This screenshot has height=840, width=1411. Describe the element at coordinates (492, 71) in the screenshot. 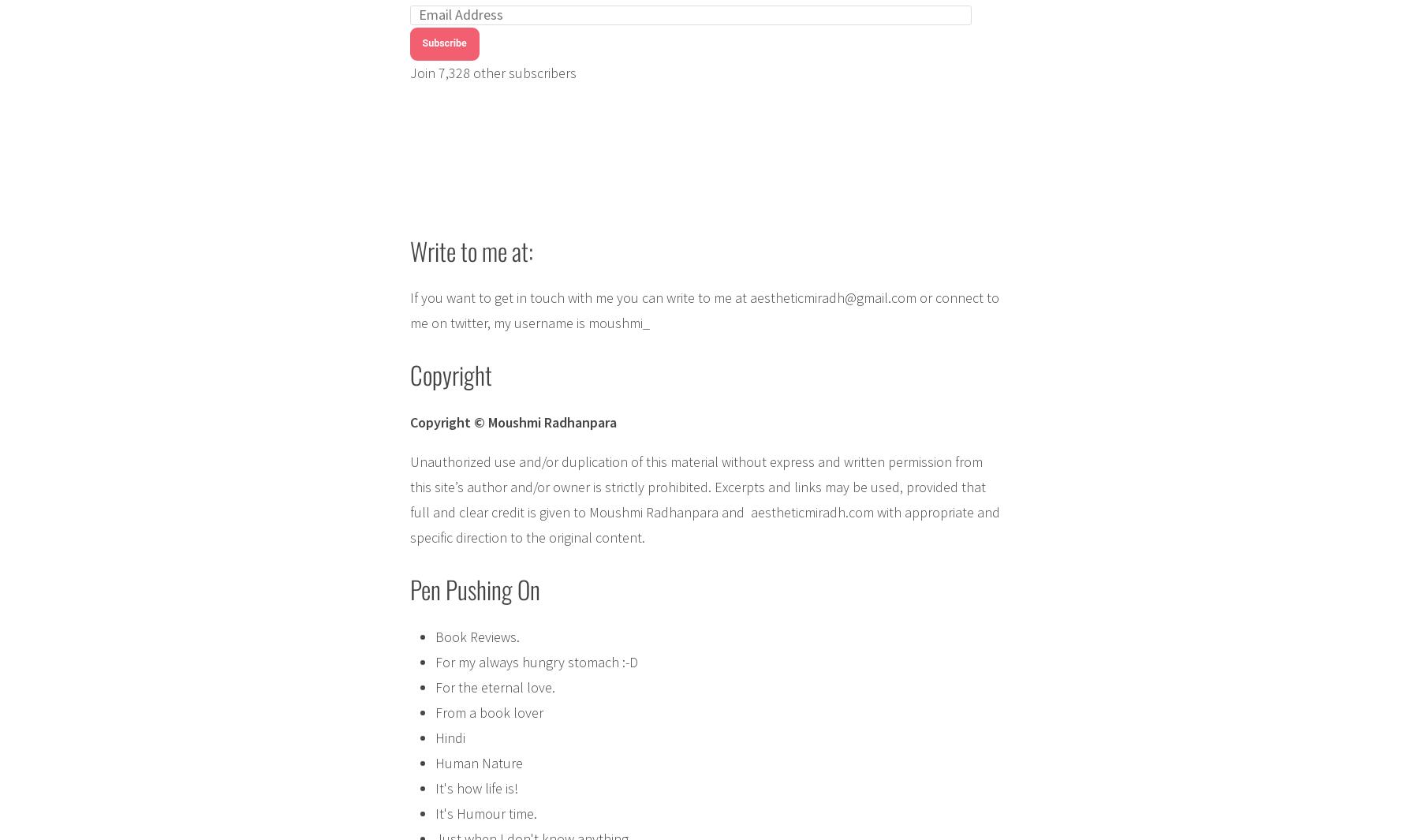

I see `'Join 7,328 other subscribers'` at that location.